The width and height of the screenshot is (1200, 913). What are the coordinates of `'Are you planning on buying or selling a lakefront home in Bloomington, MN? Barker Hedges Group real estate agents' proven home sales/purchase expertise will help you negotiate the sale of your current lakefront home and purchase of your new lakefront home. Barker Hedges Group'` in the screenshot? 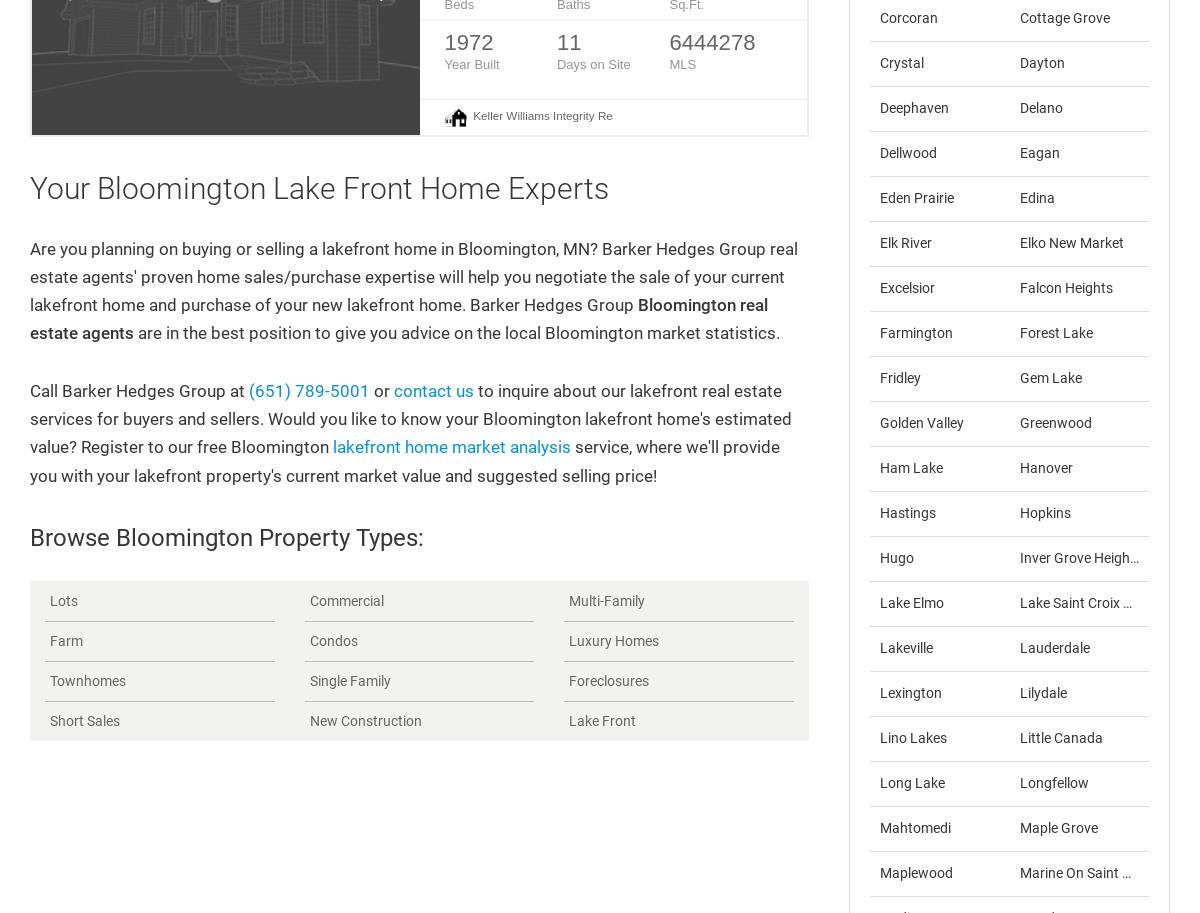 It's located at (30, 277).